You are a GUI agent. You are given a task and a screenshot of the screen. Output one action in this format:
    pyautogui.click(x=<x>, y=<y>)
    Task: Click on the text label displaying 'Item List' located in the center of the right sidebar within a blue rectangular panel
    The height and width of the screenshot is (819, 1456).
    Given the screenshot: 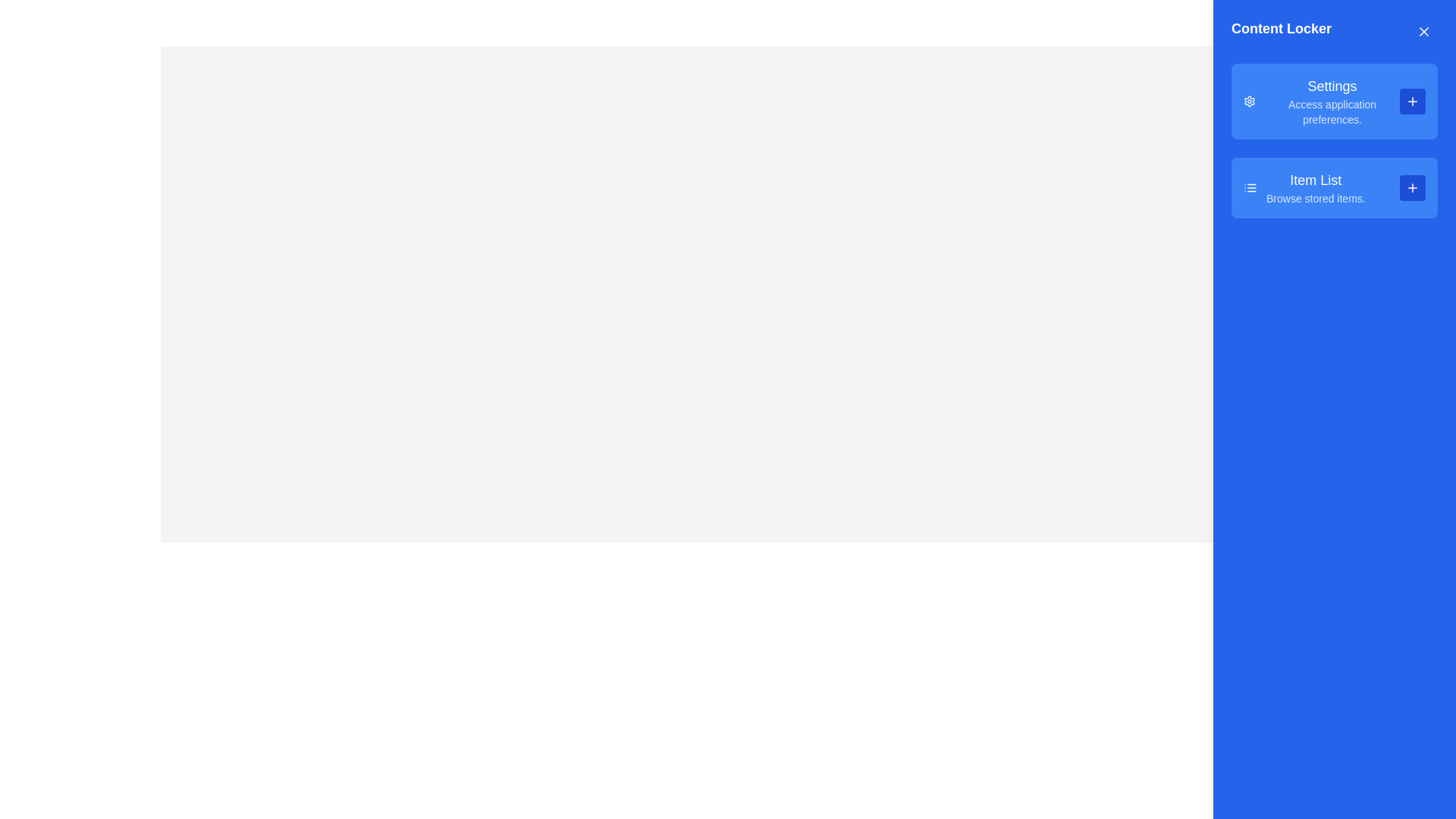 What is the action you would take?
    pyautogui.click(x=1315, y=180)
    